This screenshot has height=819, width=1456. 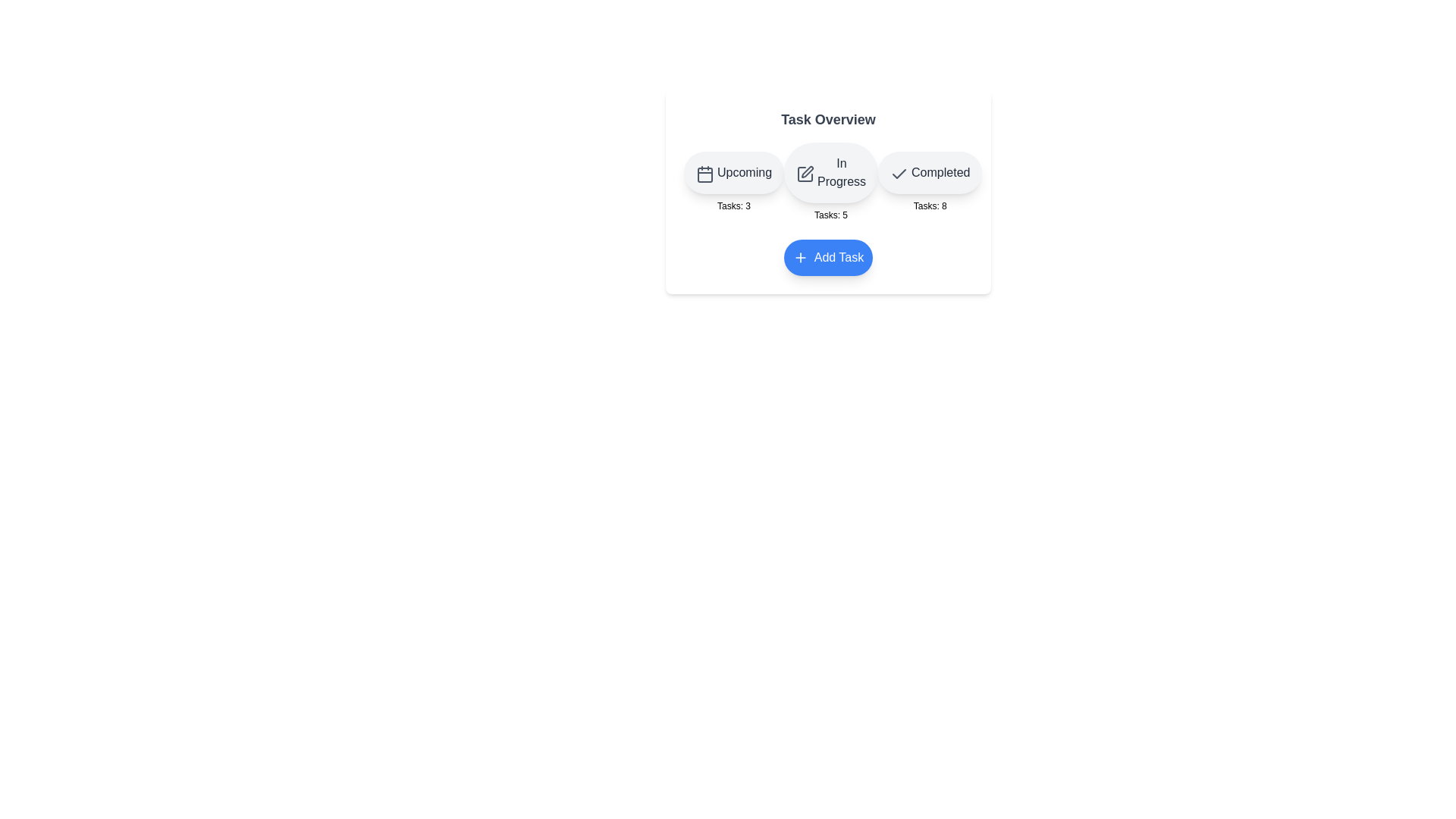 I want to click on the button for the category Completed, so click(x=928, y=171).